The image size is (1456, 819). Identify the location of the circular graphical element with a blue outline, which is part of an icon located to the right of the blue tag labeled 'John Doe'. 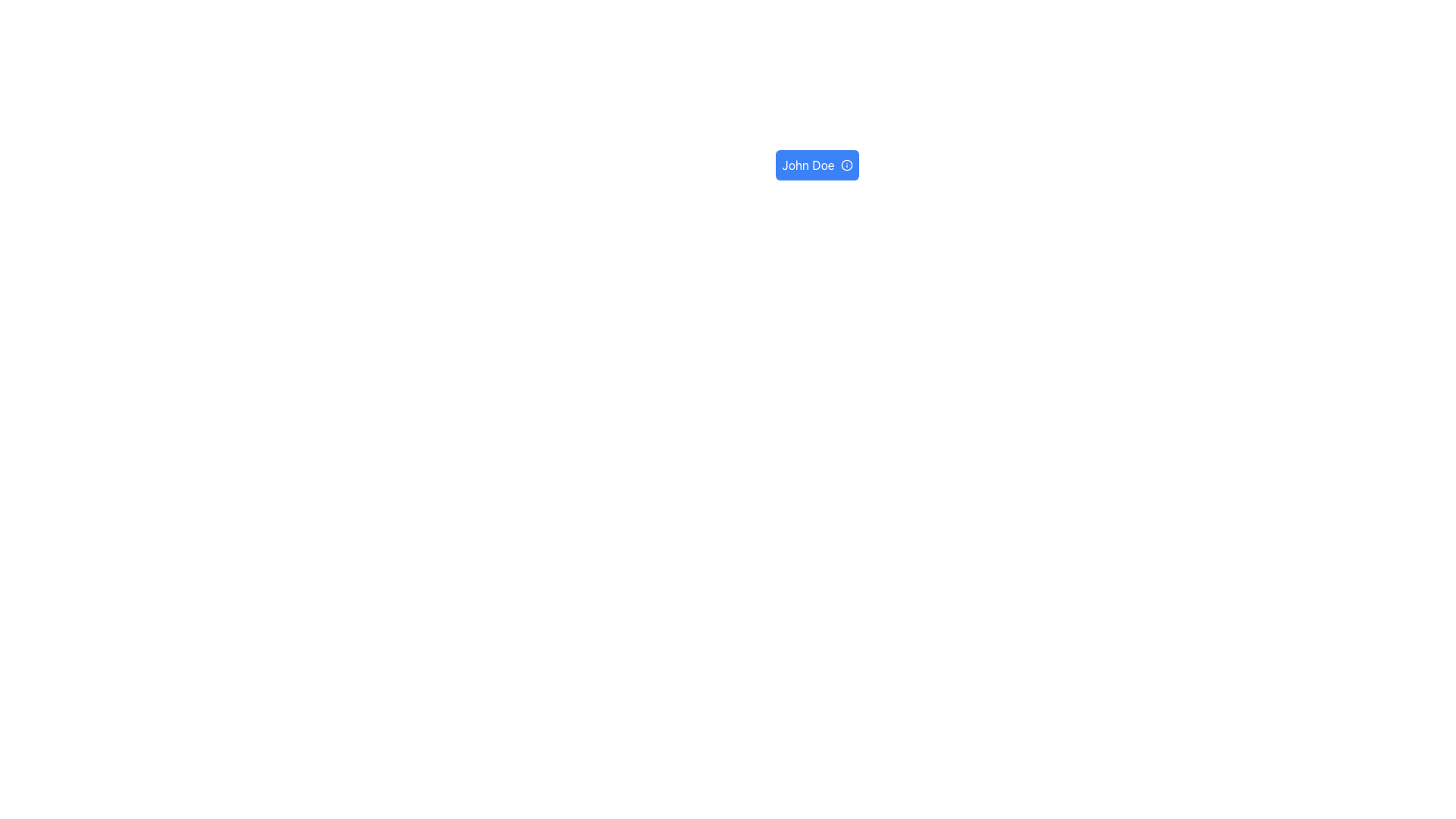
(846, 165).